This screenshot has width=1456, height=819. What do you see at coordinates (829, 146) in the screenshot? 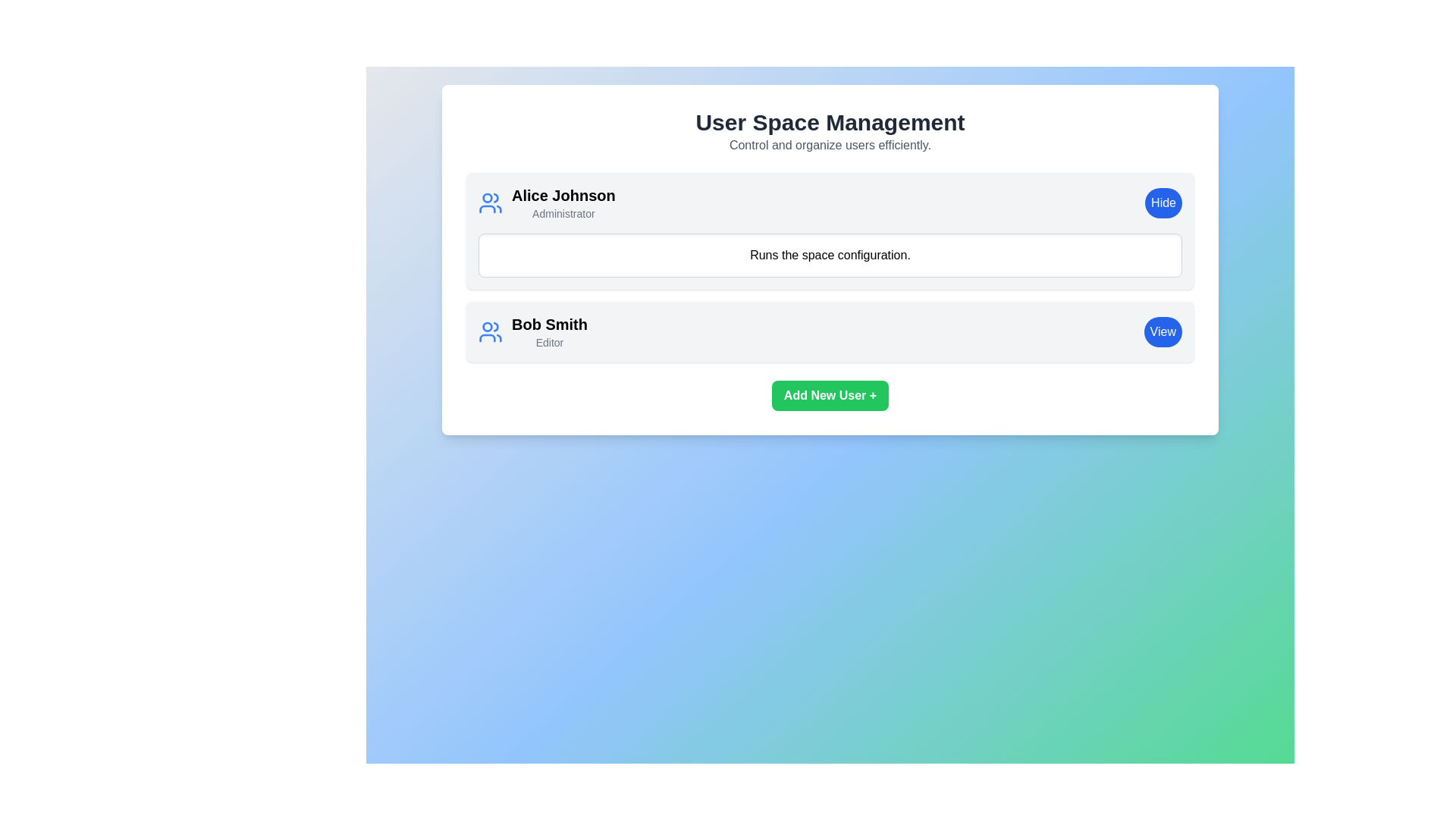
I see `the static text displaying 'Control and organize users efficiently.' which is positioned beneath the title 'User Space Management'` at bounding box center [829, 146].